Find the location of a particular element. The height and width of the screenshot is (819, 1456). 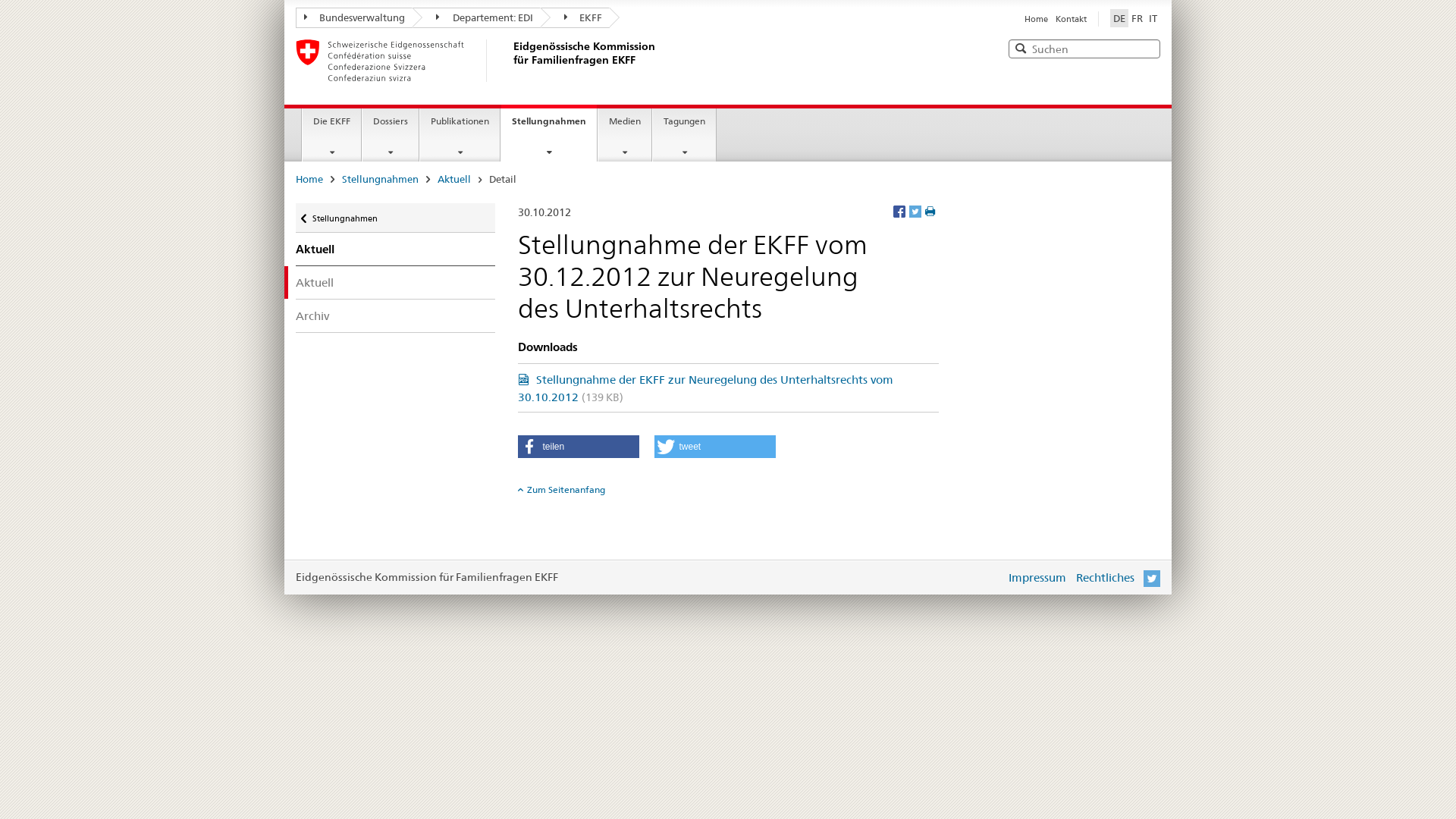

'Medien' is located at coordinates (625, 133).